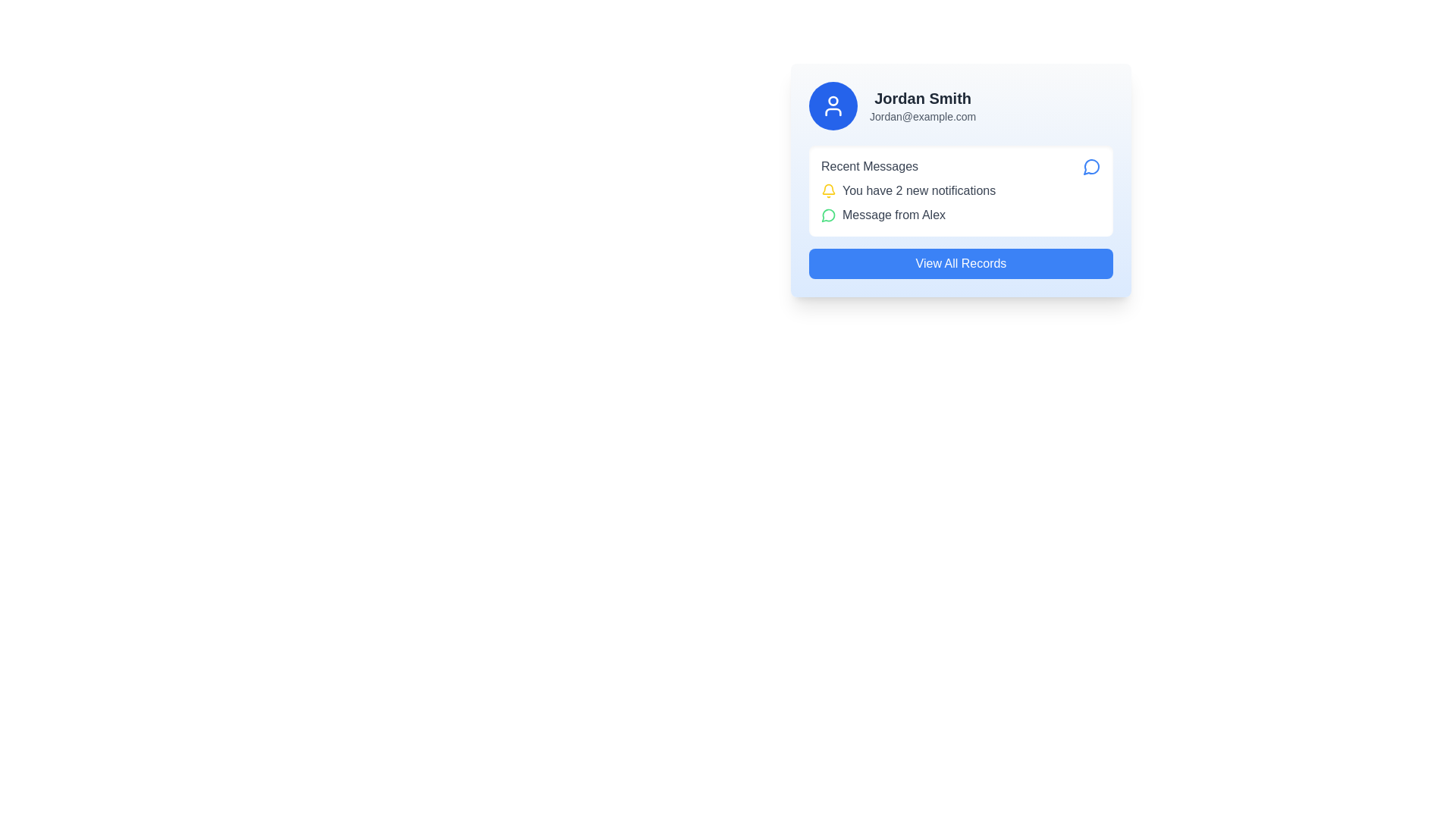 The image size is (1456, 819). I want to click on the notification text 'You have 2 new notifications', so click(960, 190).